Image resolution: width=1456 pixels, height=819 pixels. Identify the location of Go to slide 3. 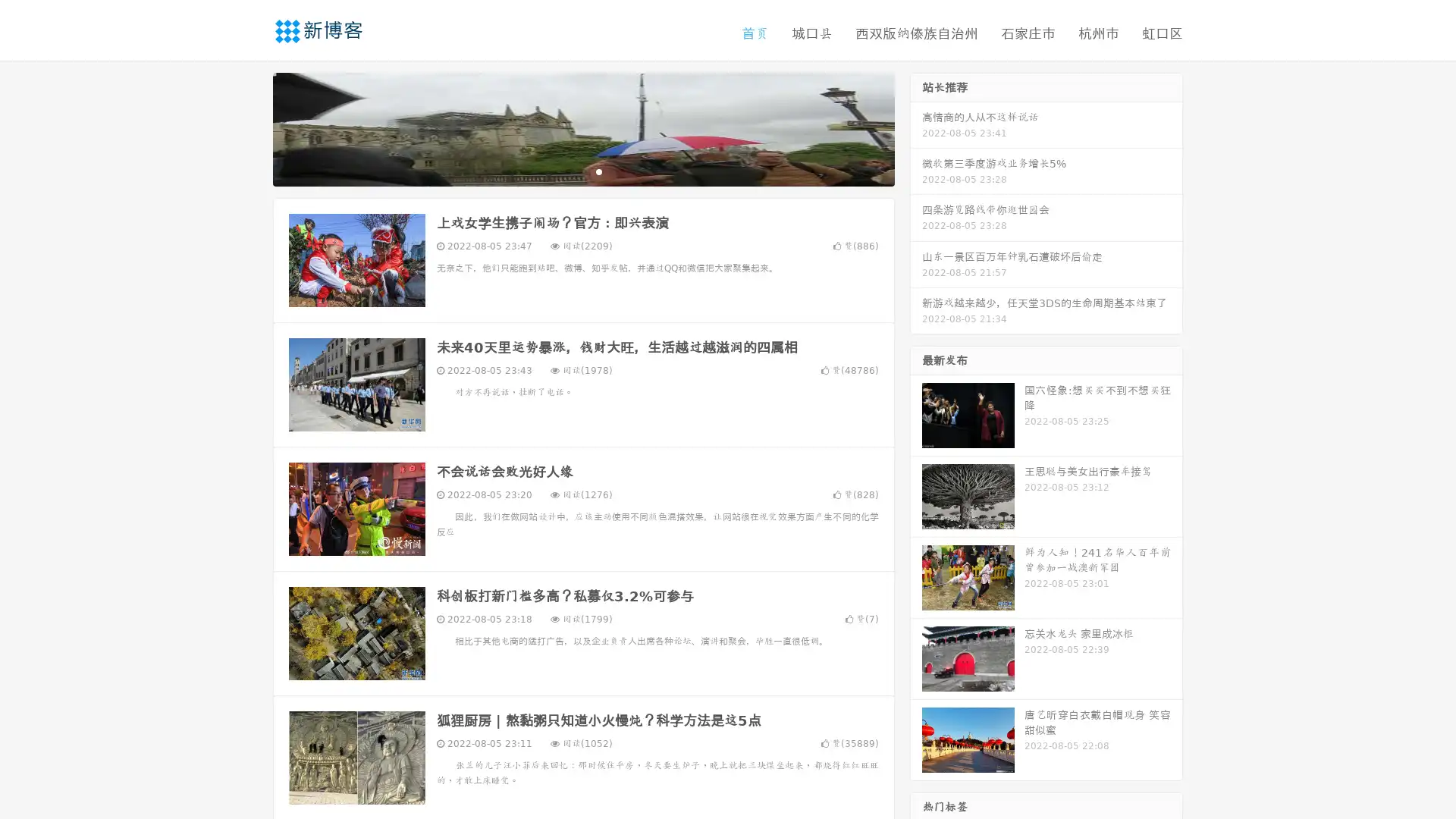
(598, 171).